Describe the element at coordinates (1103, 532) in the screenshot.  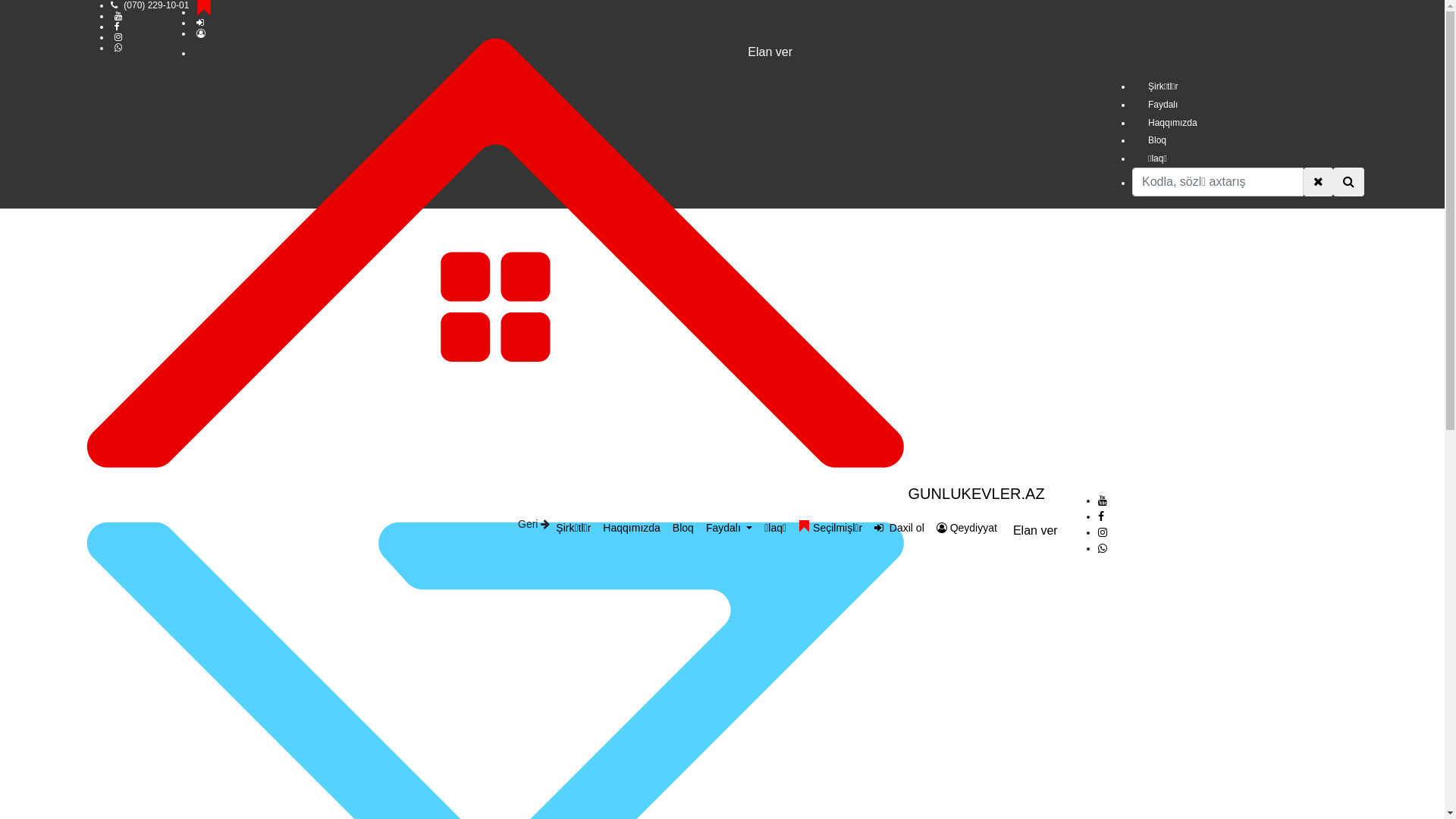
I see `'Instagram'` at that location.